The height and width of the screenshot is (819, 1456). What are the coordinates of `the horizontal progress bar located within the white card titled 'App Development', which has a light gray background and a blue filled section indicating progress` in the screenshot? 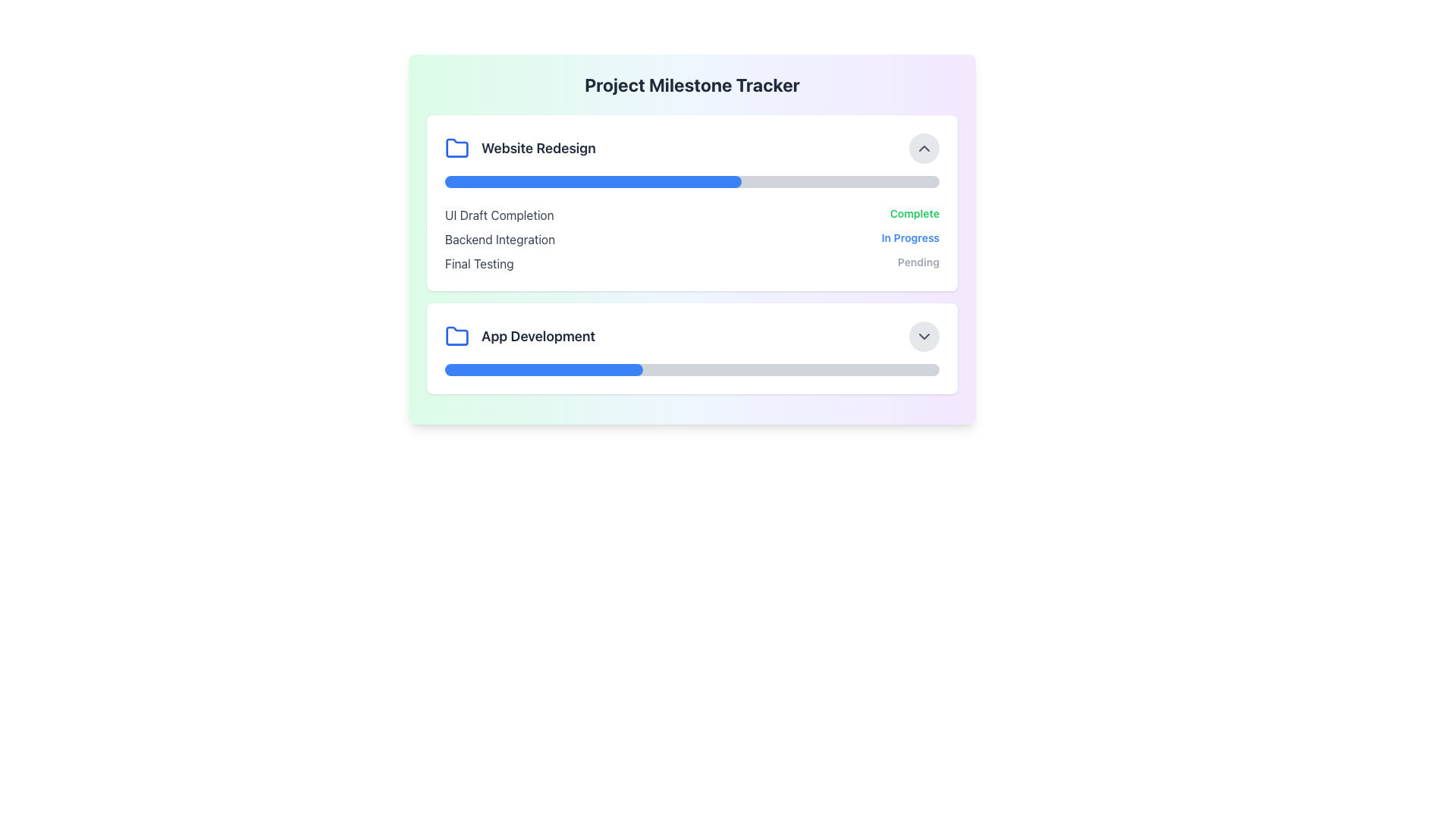 It's located at (691, 370).